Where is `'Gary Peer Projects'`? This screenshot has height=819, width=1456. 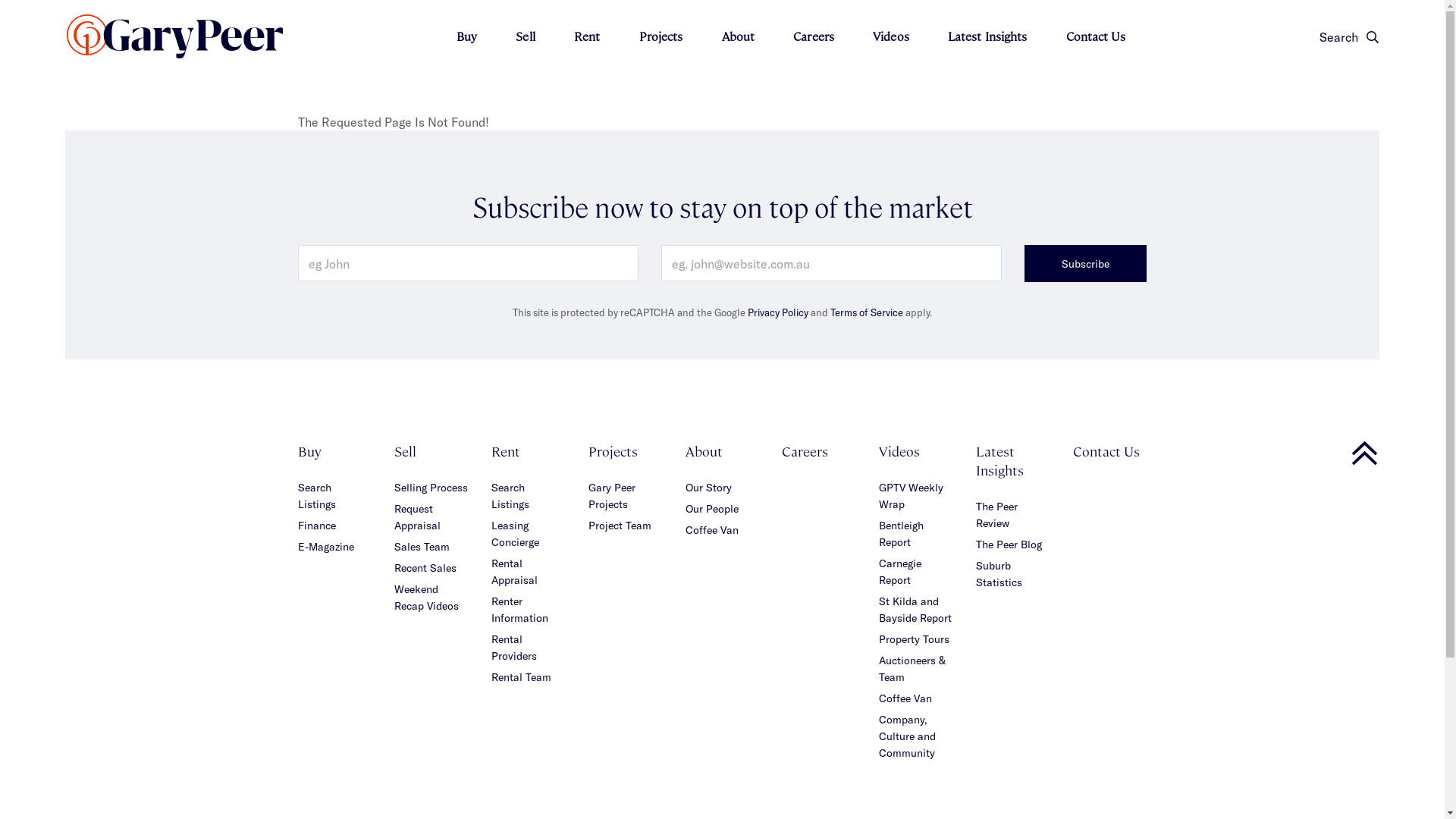
'Gary Peer Projects' is located at coordinates (611, 495).